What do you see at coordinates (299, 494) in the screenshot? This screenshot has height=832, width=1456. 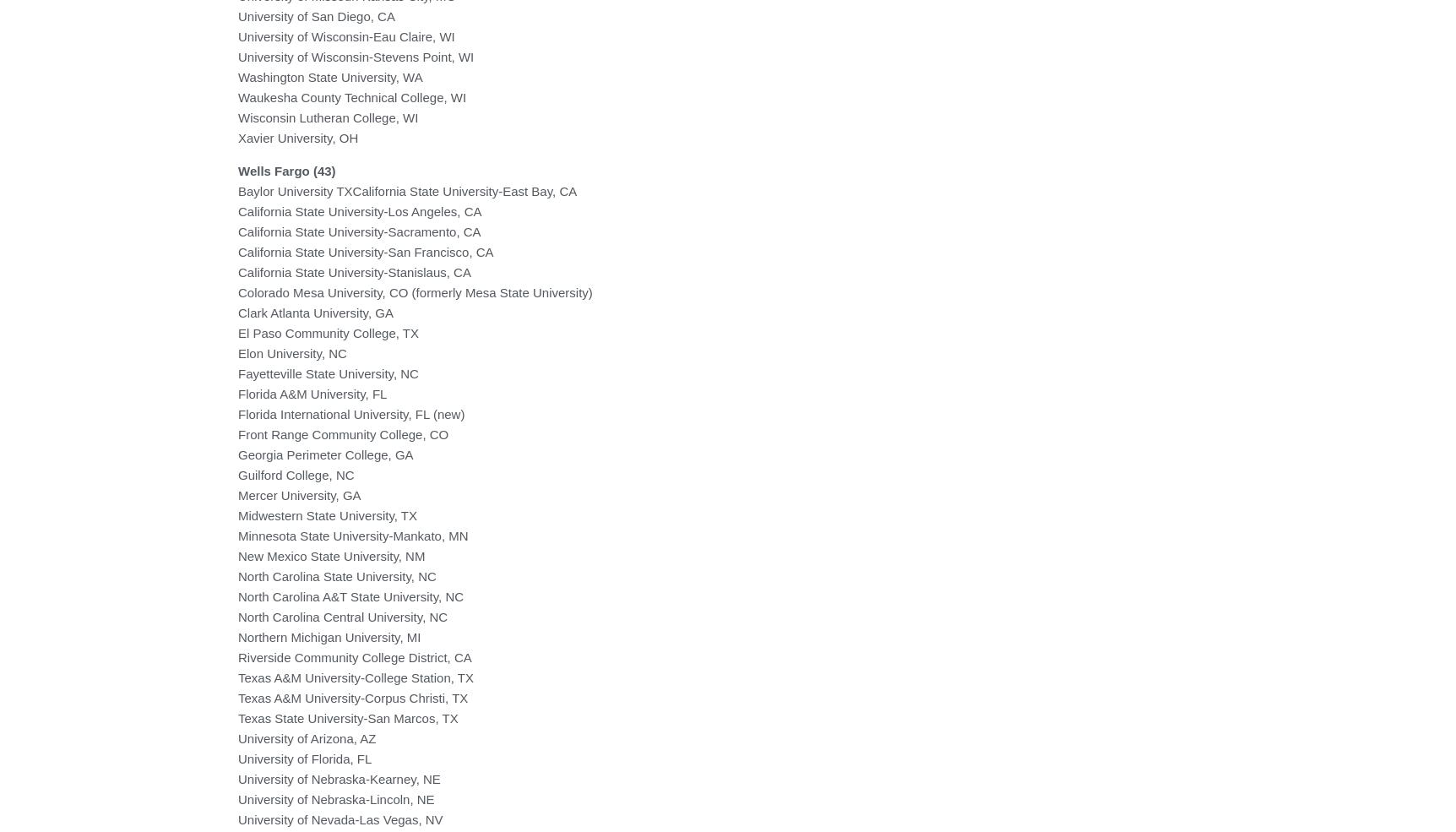 I see `'Mercer University, GA'` at bounding box center [299, 494].